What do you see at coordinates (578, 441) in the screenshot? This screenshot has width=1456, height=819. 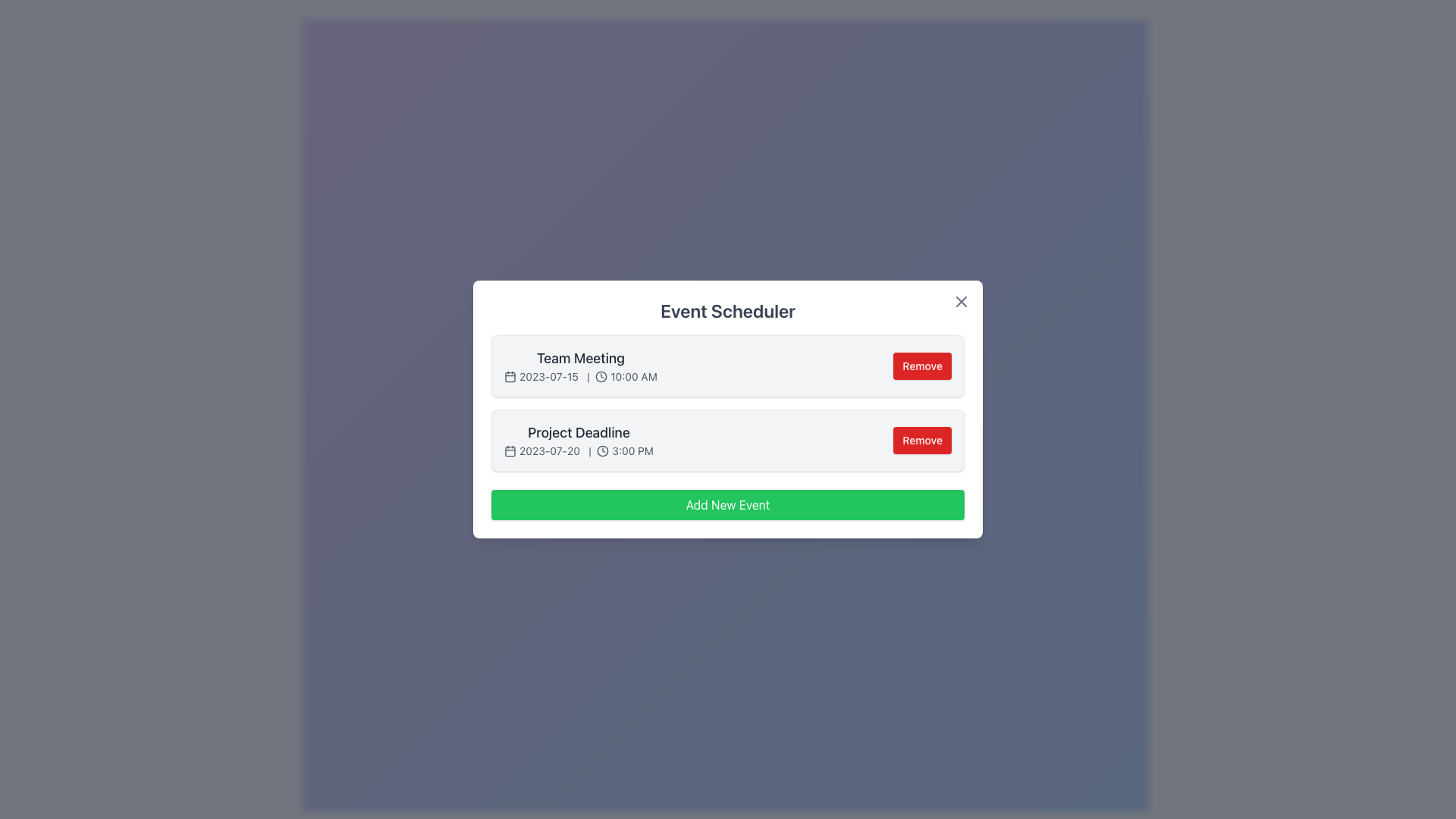 I see `text in the informational block displaying the event titled 'Project Deadline' with the date '2023-07-20' and time '3:00 PM', located in the second row of events within a white, rounded box` at bounding box center [578, 441].